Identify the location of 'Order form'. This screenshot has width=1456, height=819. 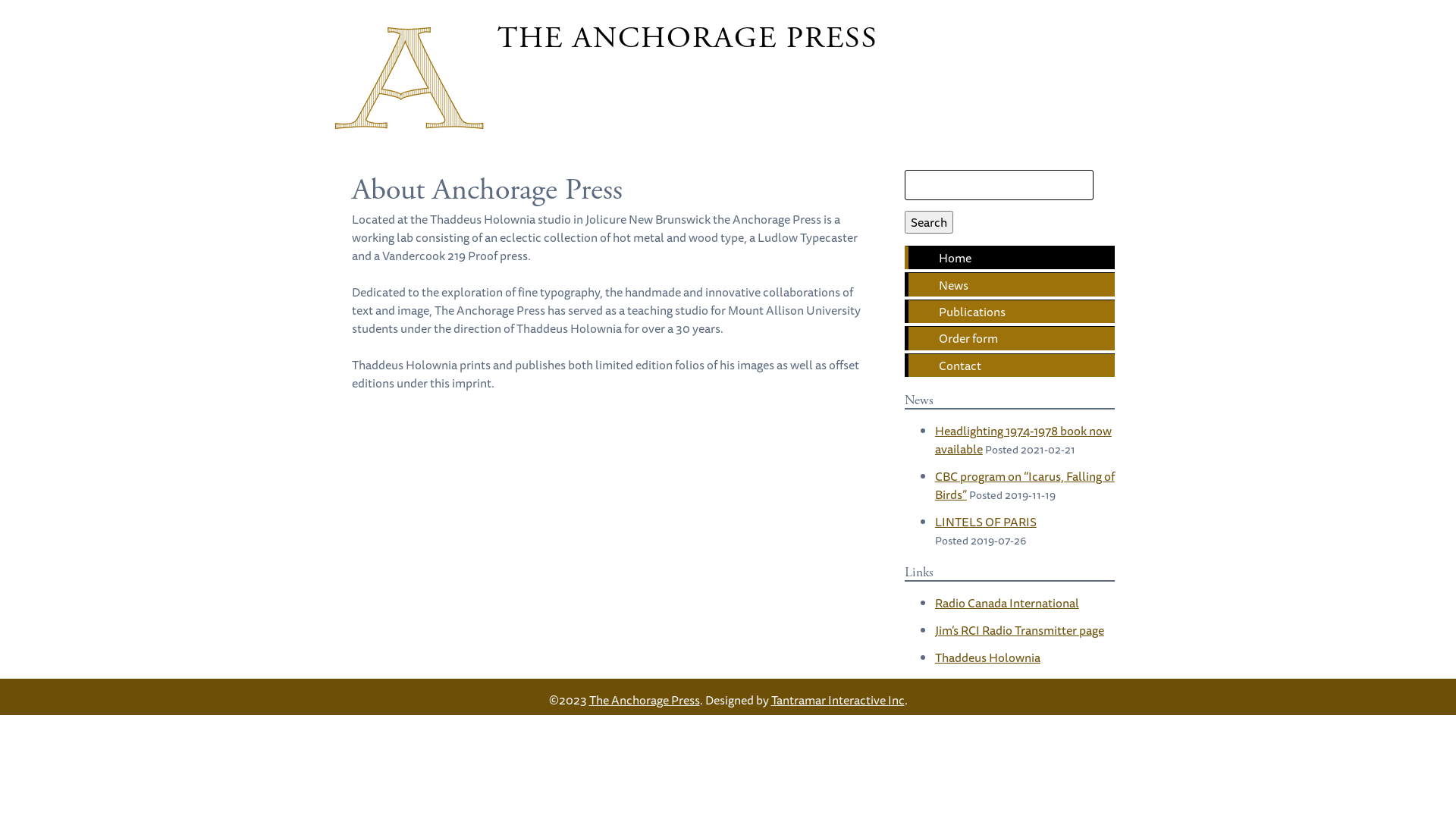
(1009, 337).